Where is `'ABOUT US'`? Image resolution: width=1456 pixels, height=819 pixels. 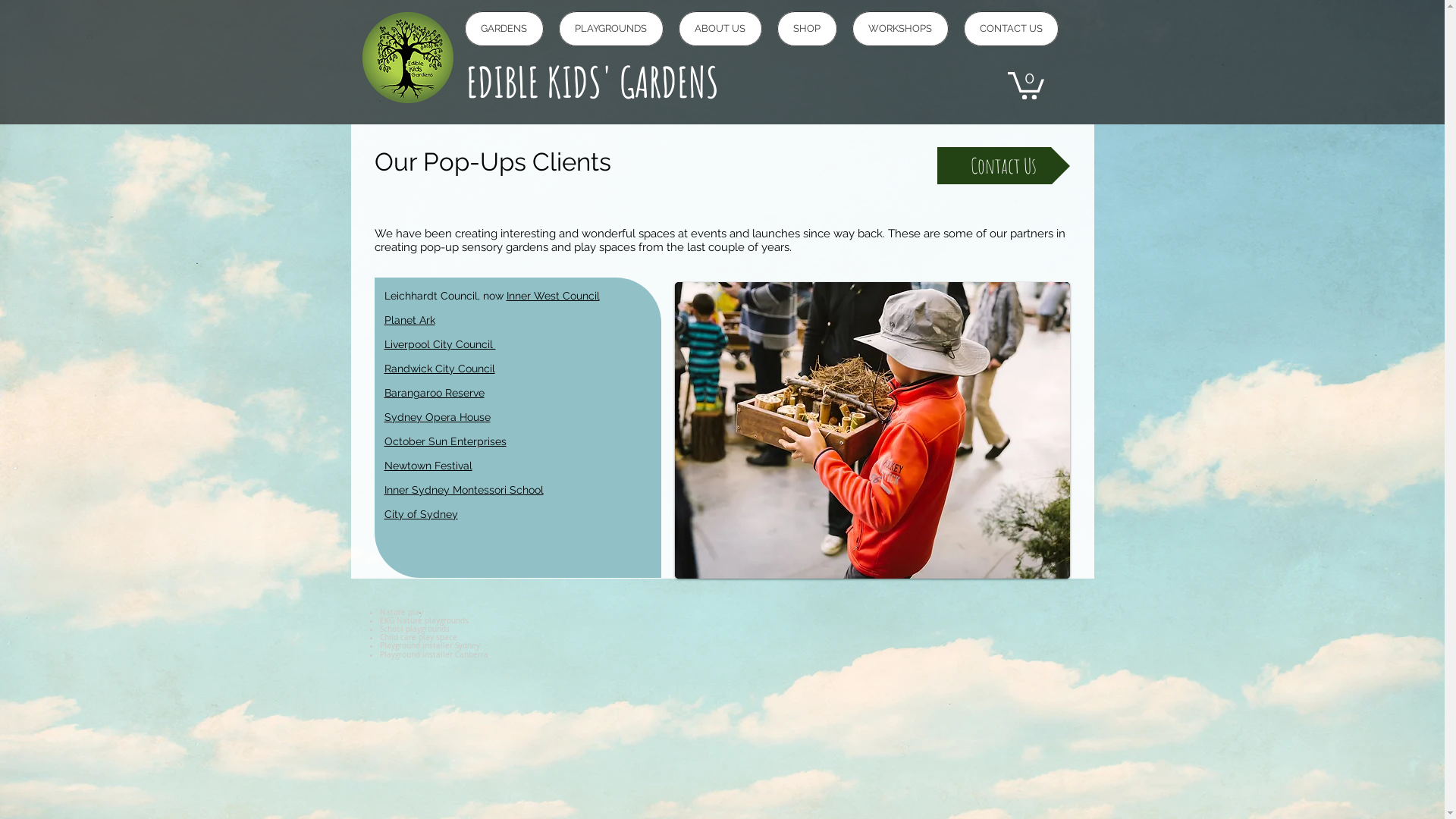 'ABOUT US' is located at coordinates (719, 29).